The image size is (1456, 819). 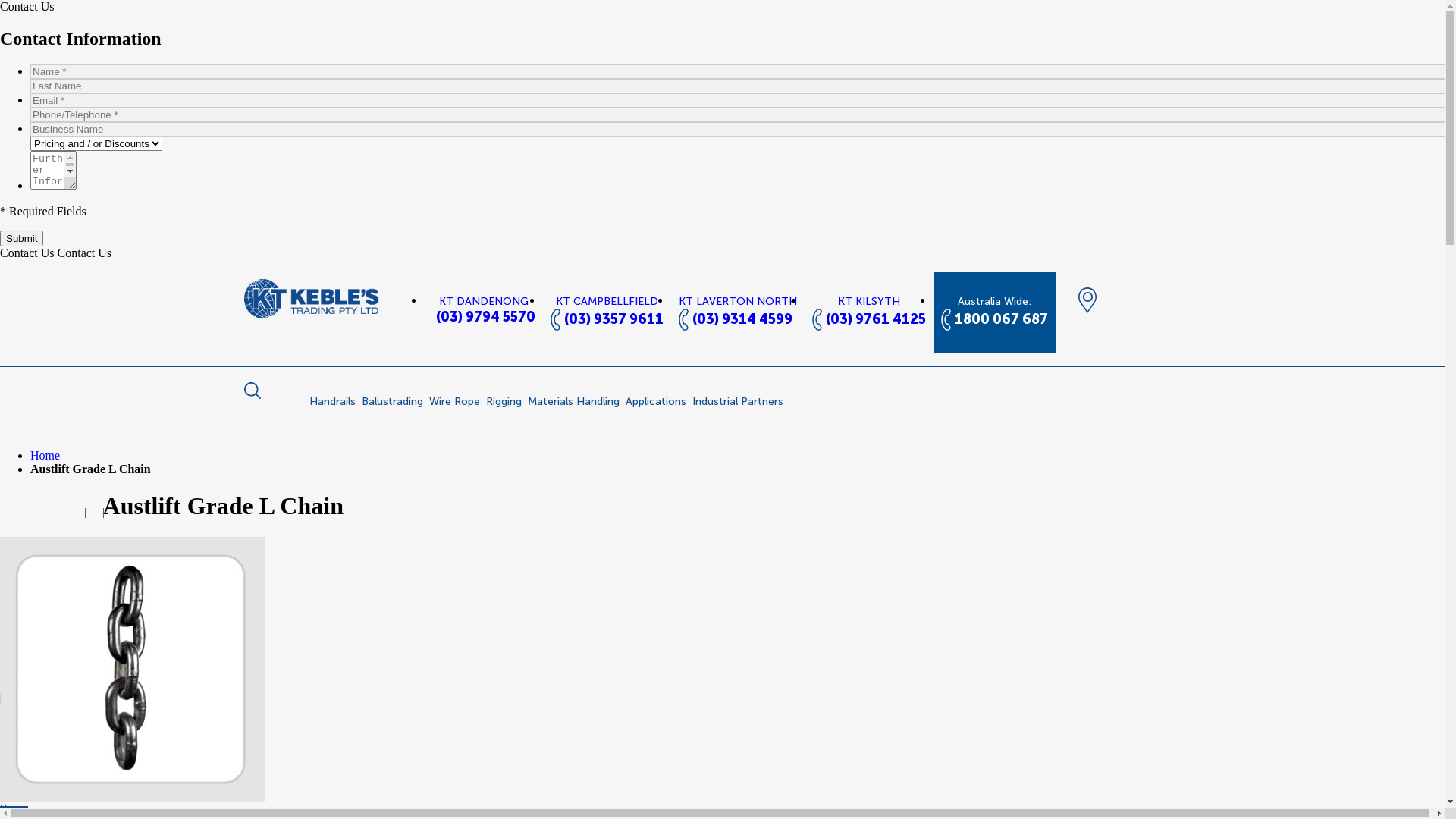 I want to click on 'Submit', so click(x=21, y=238).